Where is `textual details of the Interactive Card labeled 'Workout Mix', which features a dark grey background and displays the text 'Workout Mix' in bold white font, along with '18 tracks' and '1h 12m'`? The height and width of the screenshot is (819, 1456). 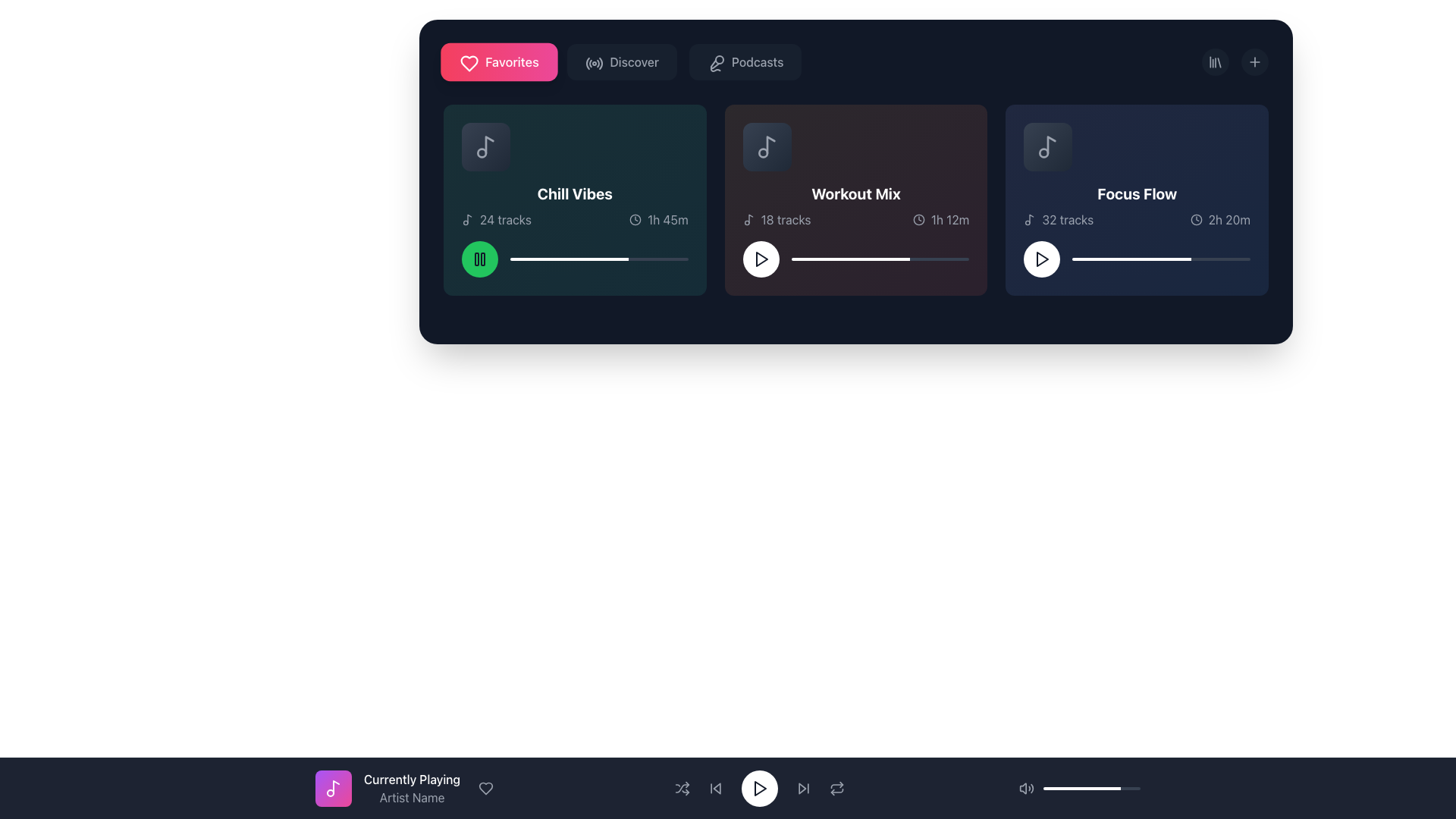
textual details of the Interactive Card labeled 'Workout Mix', which features a dark grey background and displays the text 'Workout Mix' in bold white font, along with '18 tracks' and '1h 12m' is located at coordinates (855, 199).